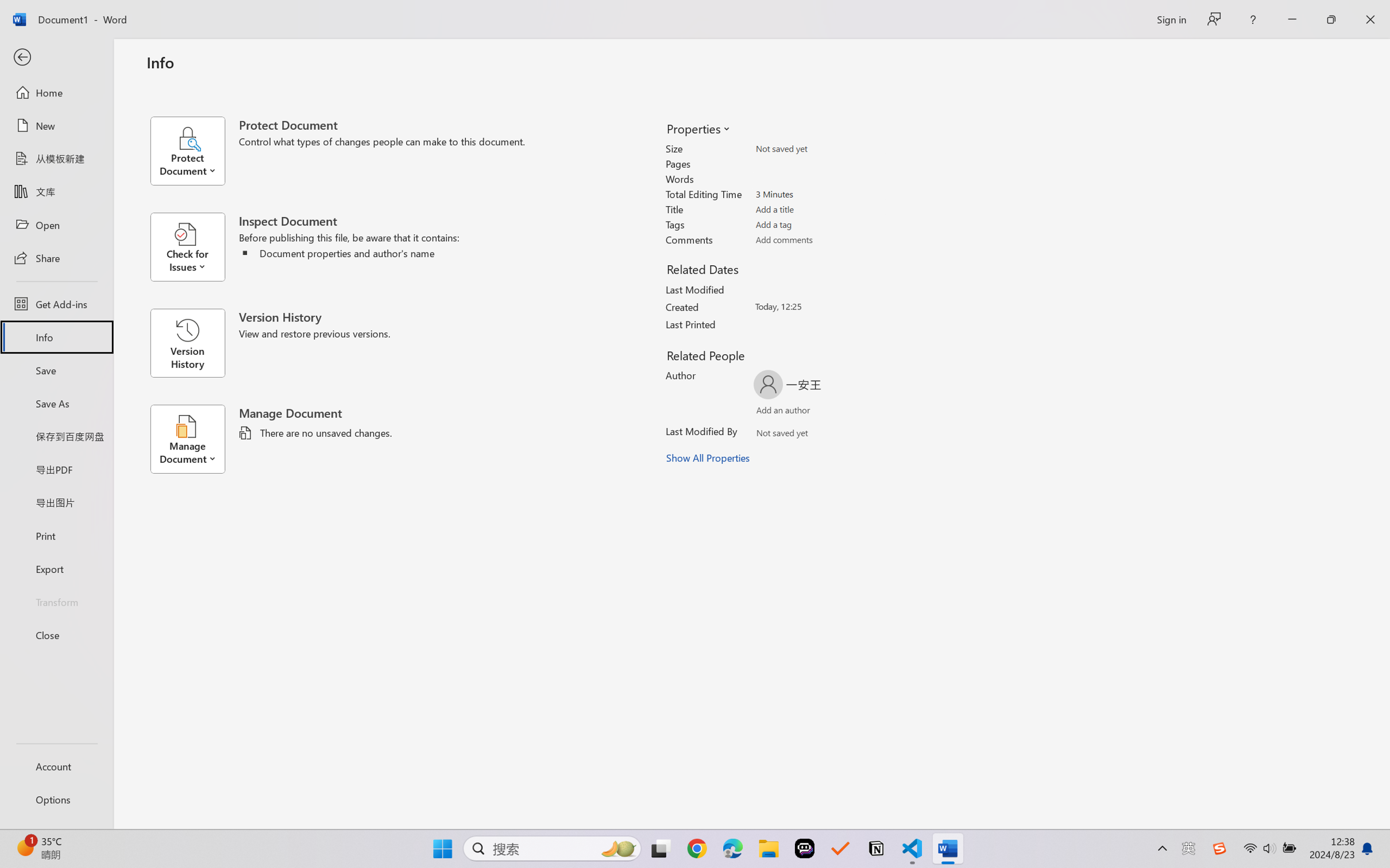 This screenshot has height=868, width=1390. What do you see at coordinates (56, 600) in the screenshot?
I see `'Transform'` at bounding box center [56, 600].